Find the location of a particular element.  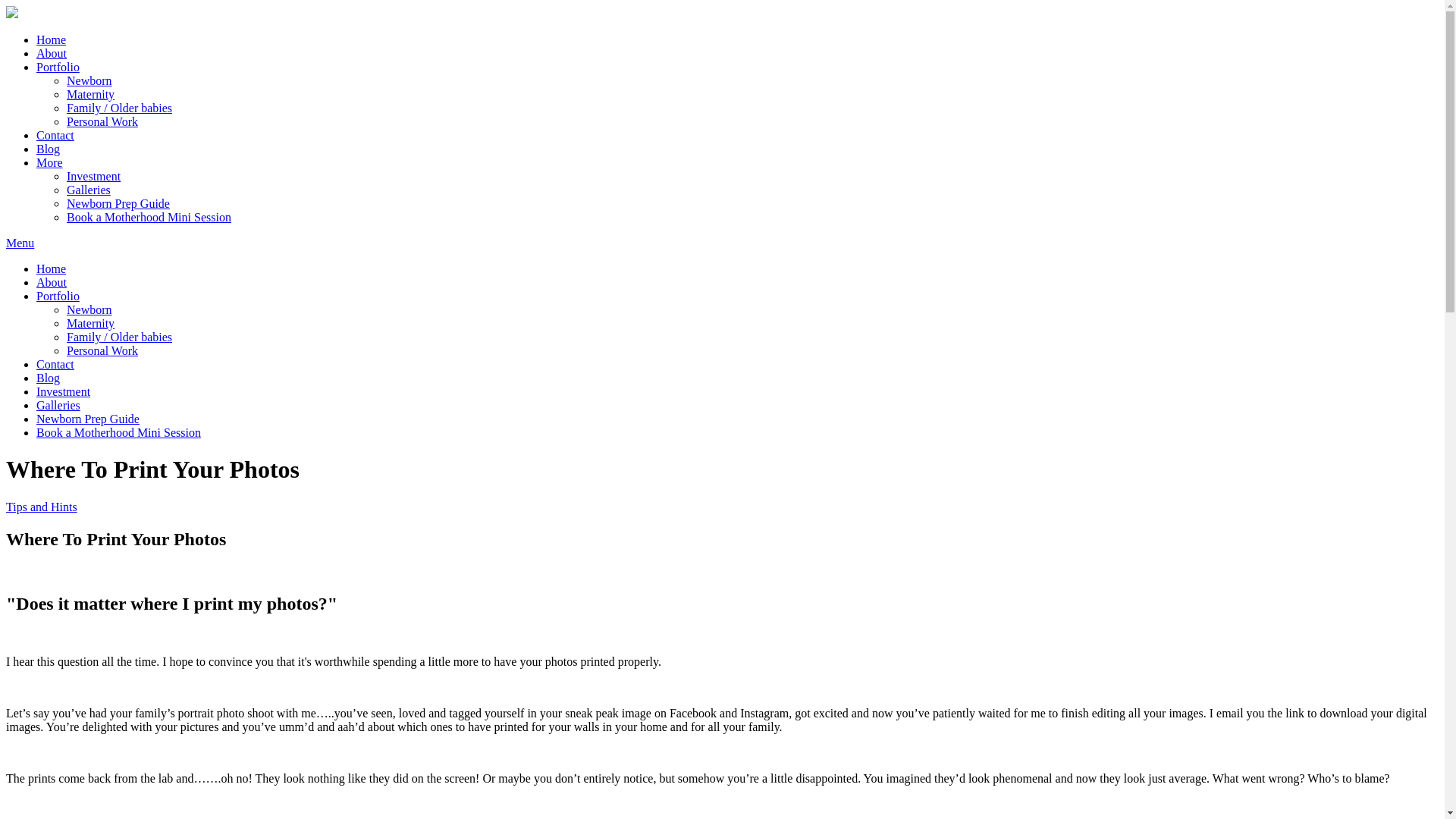

'Galleries' is located at coordinates (58, 404).